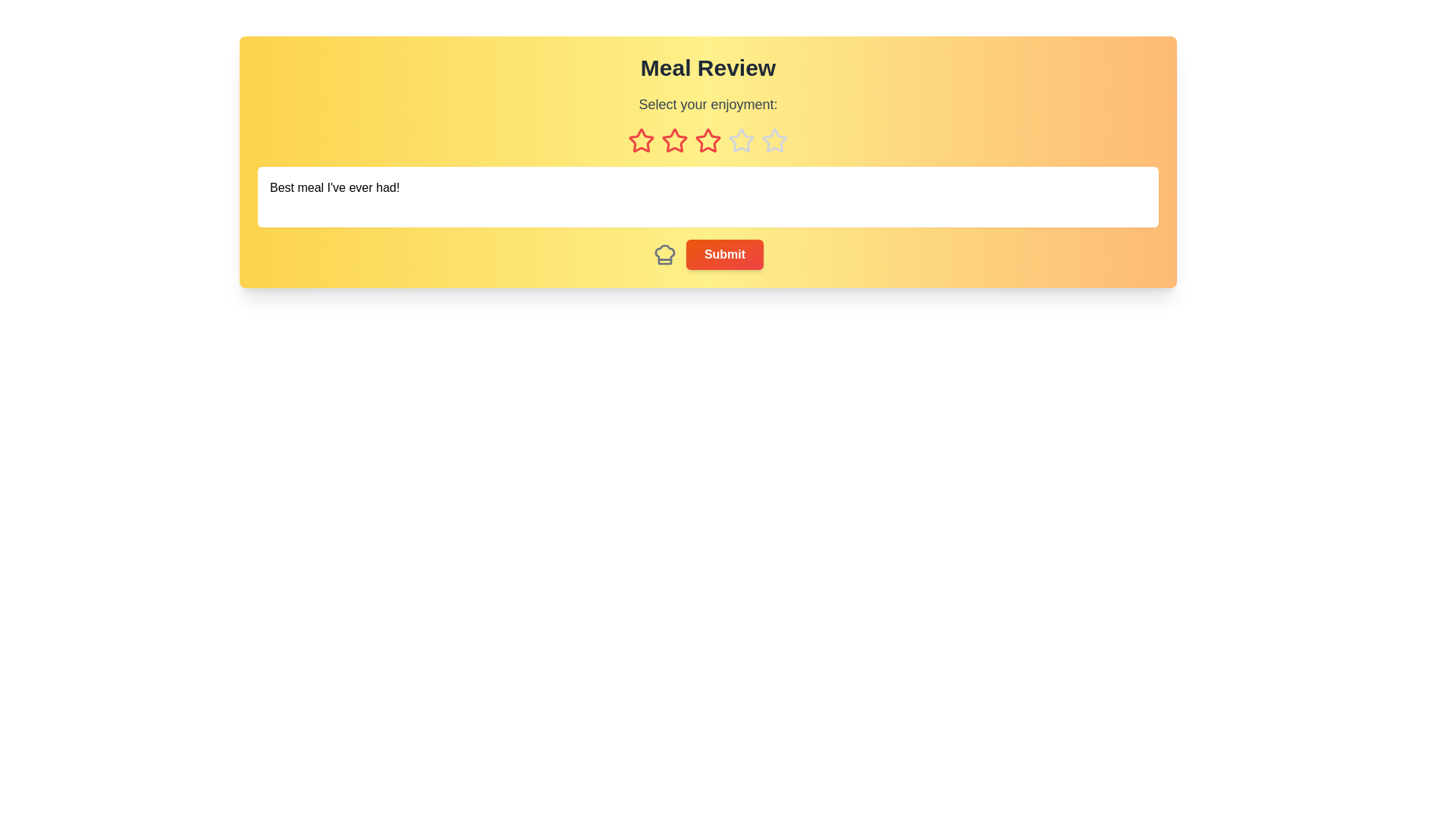 The image size is (1456, 819). What do you see at coordinates (641, 140) in the screenshot?
I see `the first star rating icon with a red border and yellow background` at bounding box center [641, 140].